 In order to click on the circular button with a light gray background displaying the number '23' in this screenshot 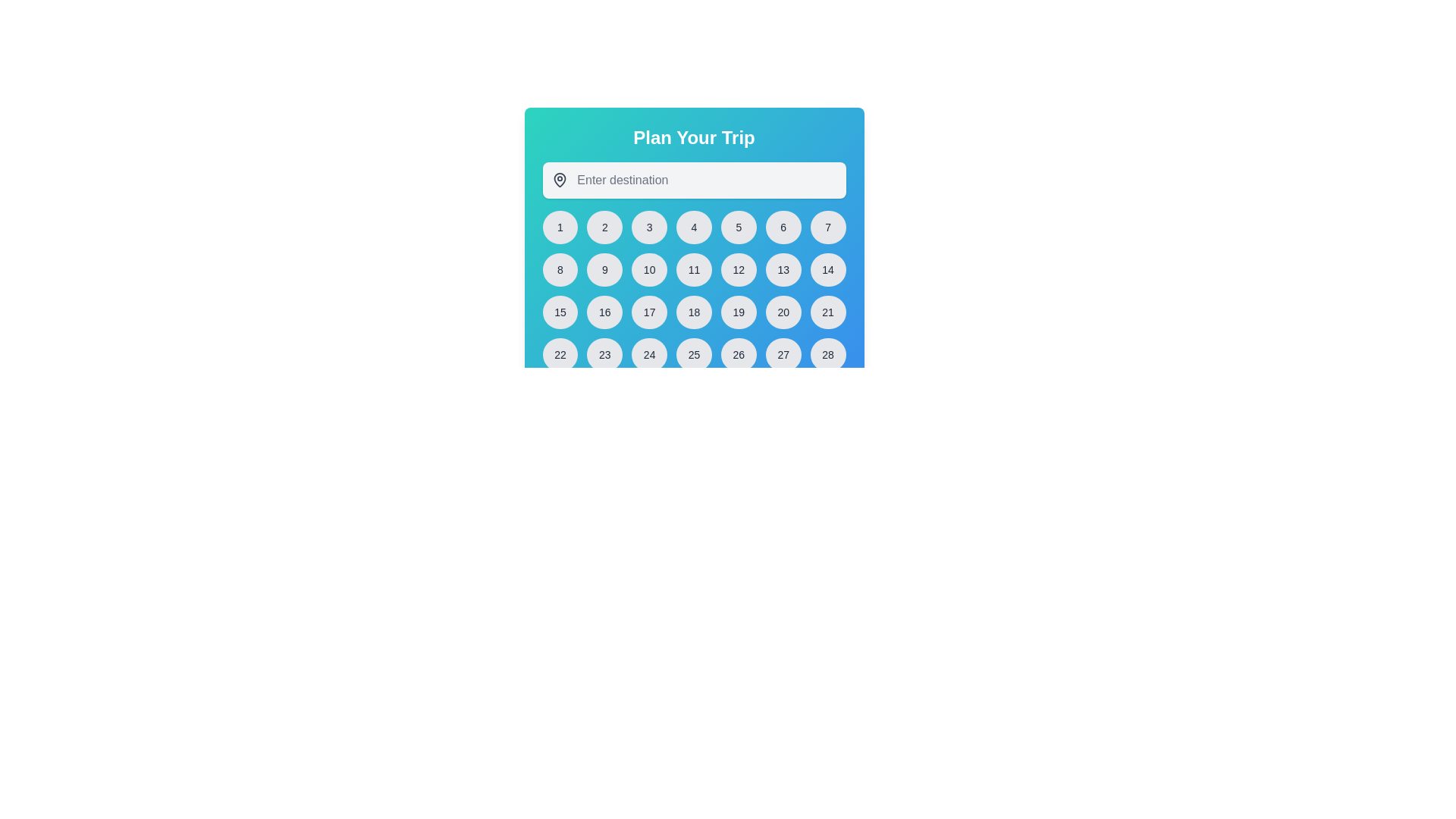, I will do `click(604, 354)`.